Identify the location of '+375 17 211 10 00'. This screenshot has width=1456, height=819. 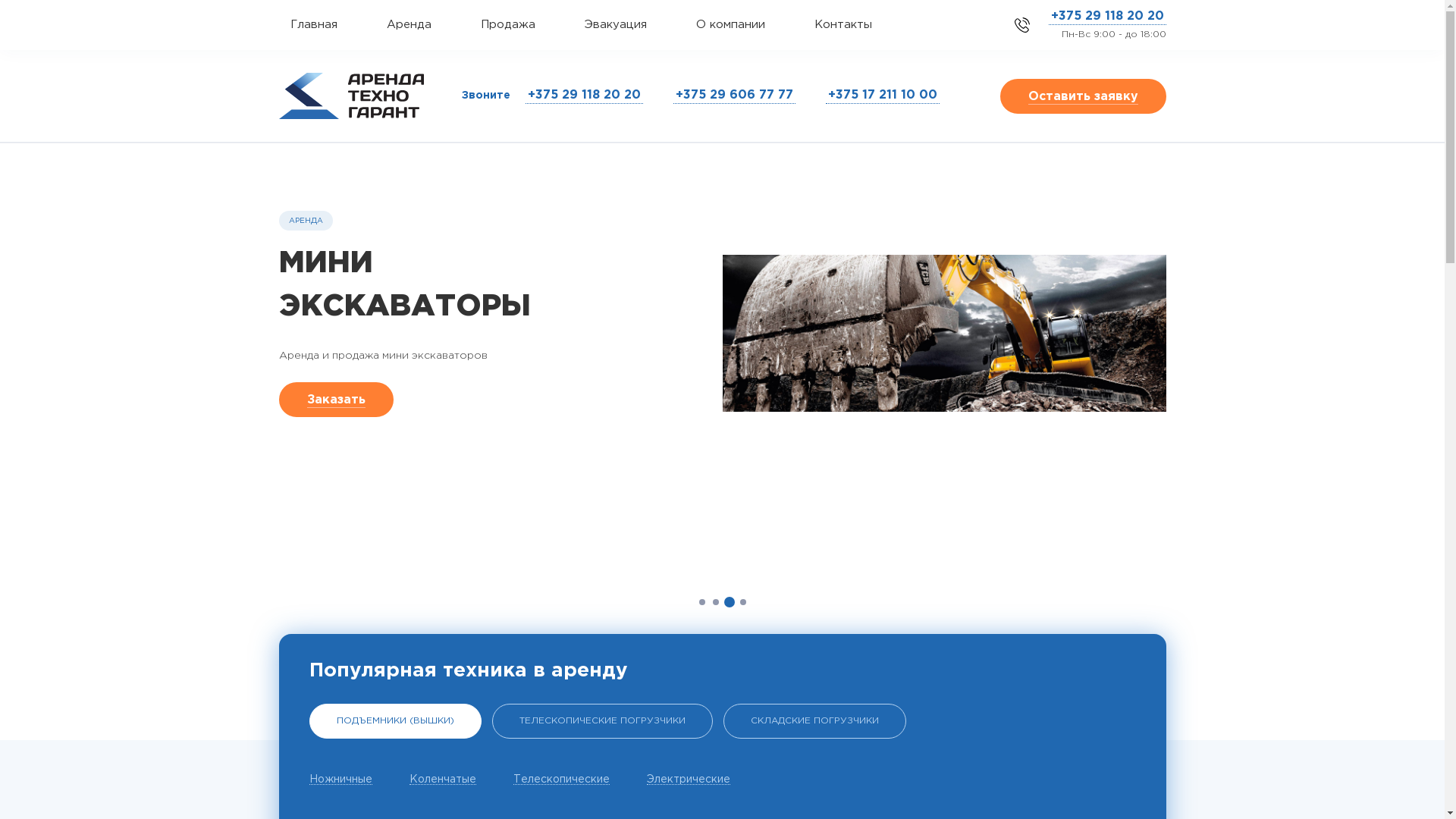
(824, 96).